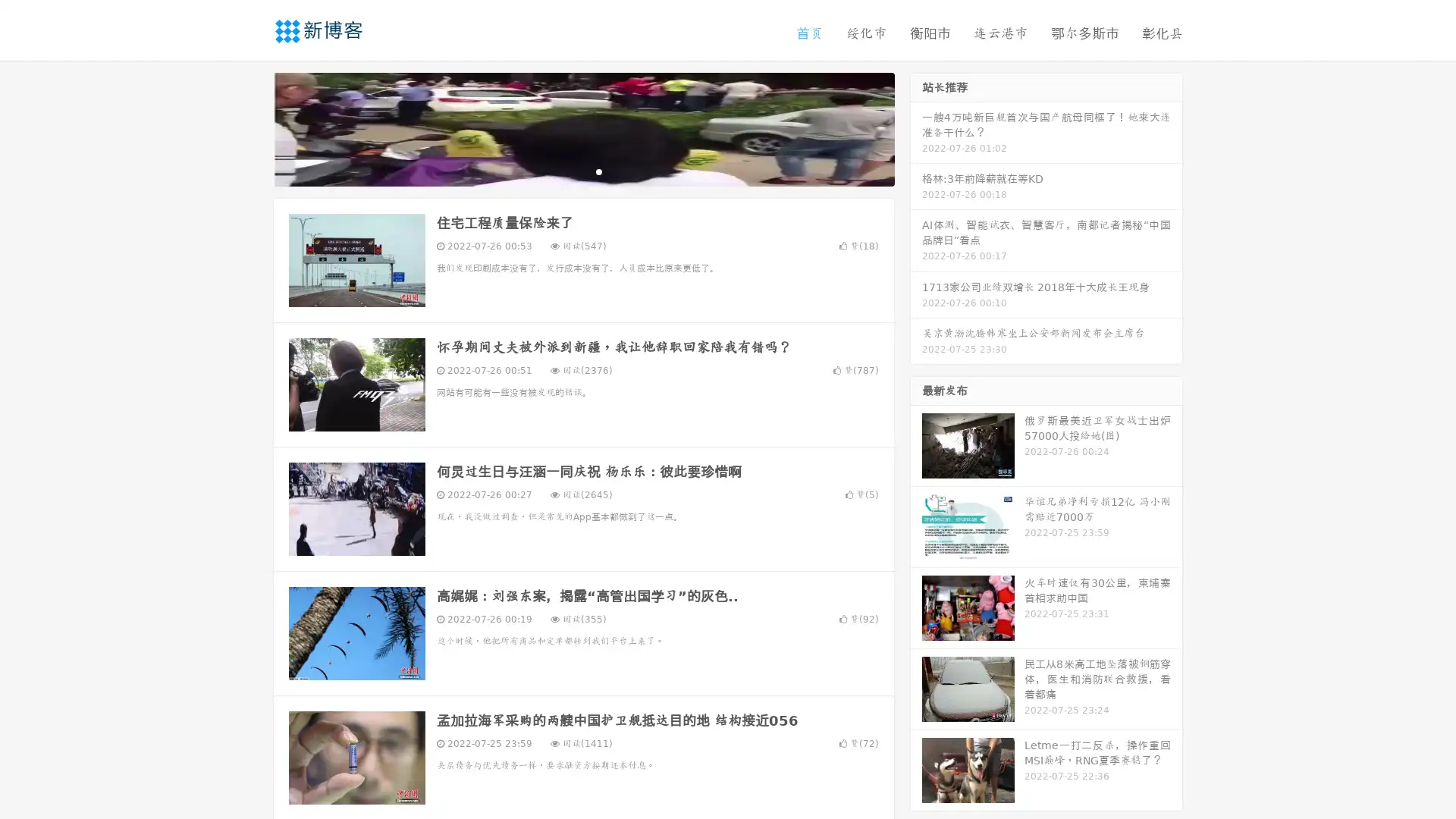 This screenshot has height=819, width=1456. What do you see at coordinates (582, 171) in the screenshot?
I see `Go to slide 2` at bounding box center [582, 171].